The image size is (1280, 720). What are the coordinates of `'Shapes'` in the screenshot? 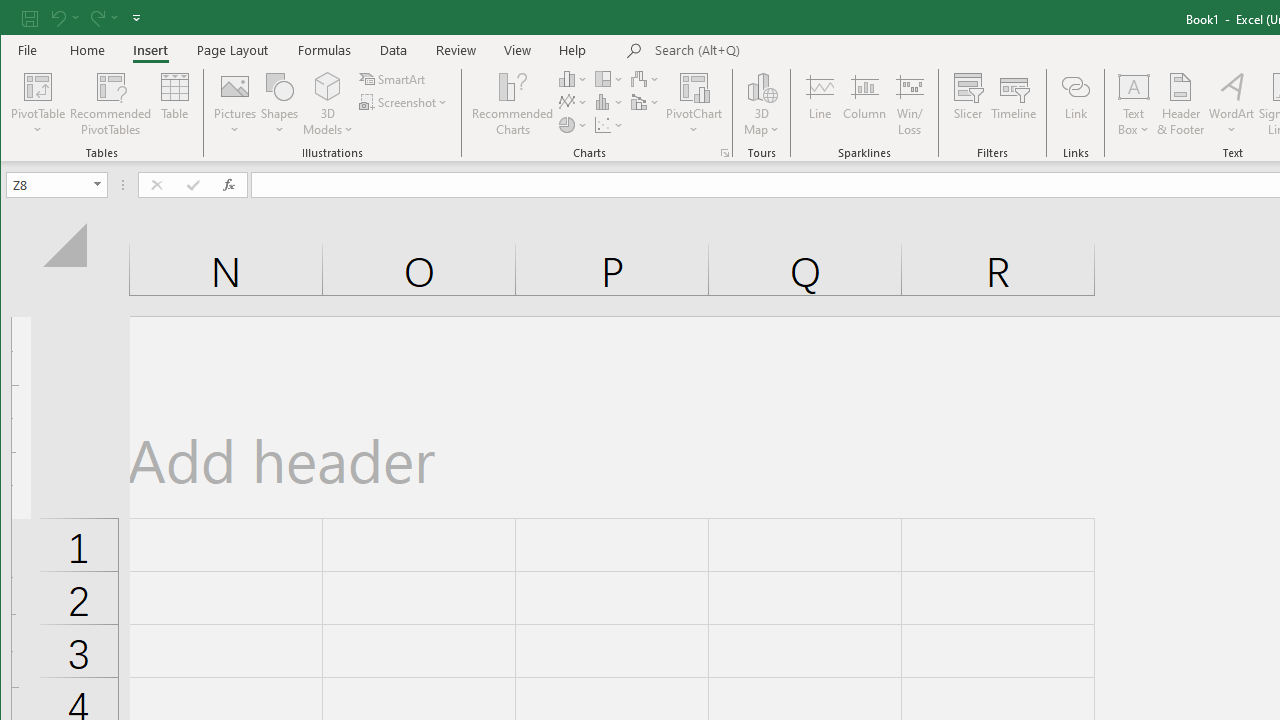 It's located at (278, 104).